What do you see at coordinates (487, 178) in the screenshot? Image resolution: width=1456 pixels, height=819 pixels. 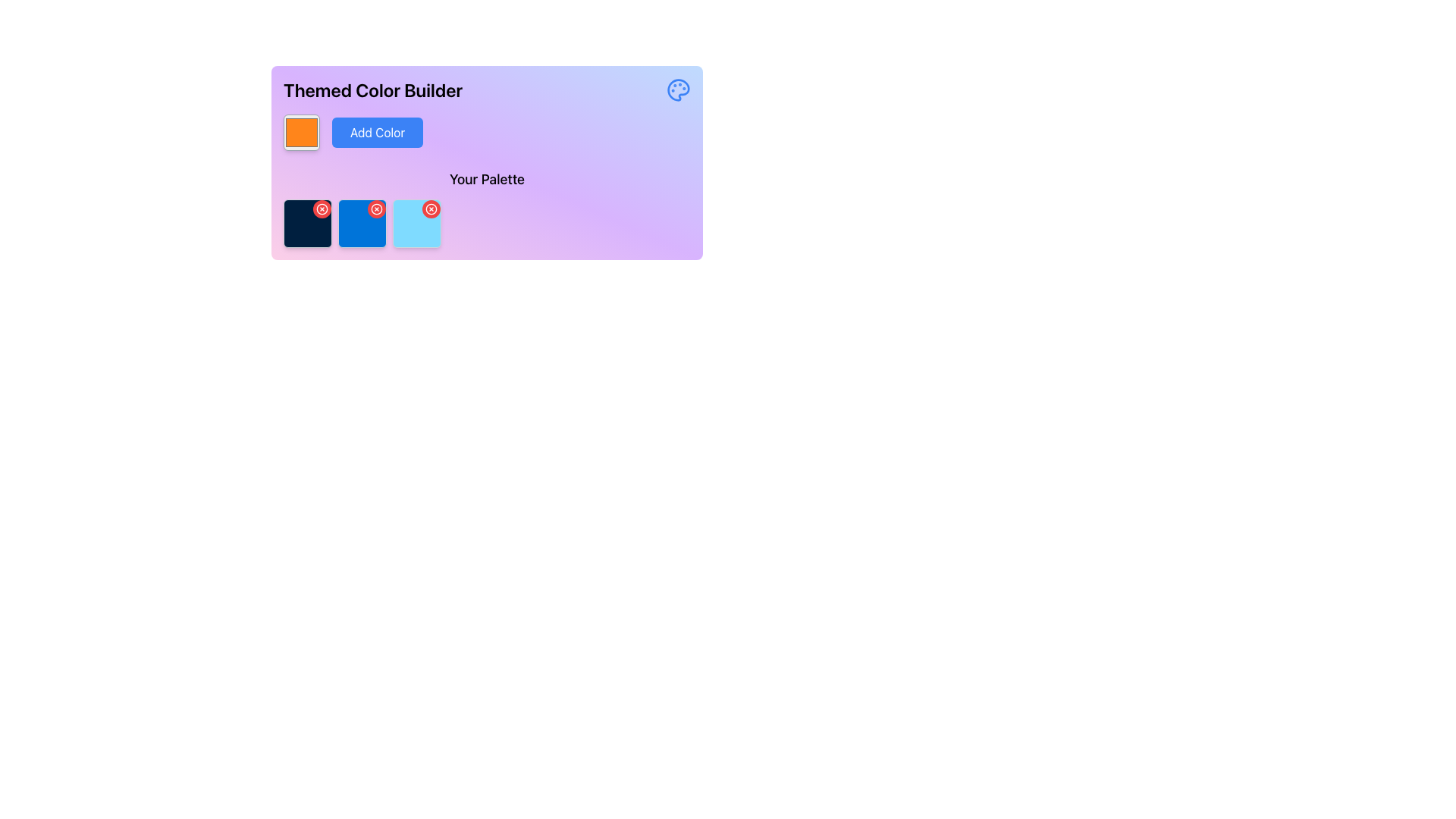 I see `the text label displaying 'Your Palette', which is centrally located at the bottom area of the color-building section above the color preview squares` at bounding box center [487, 178].